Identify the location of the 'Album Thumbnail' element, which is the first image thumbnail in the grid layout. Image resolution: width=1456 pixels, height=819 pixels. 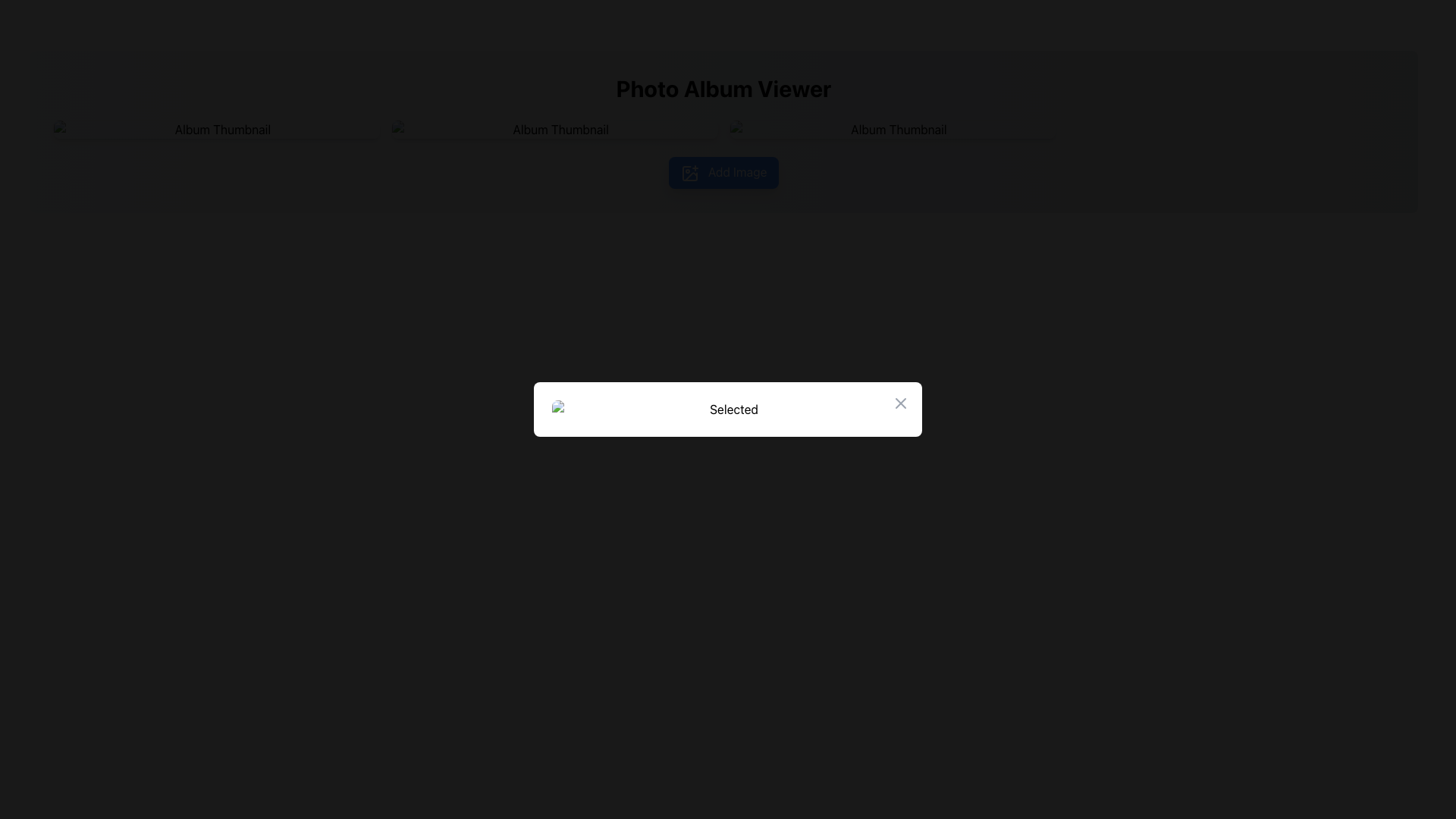
(215, 128).